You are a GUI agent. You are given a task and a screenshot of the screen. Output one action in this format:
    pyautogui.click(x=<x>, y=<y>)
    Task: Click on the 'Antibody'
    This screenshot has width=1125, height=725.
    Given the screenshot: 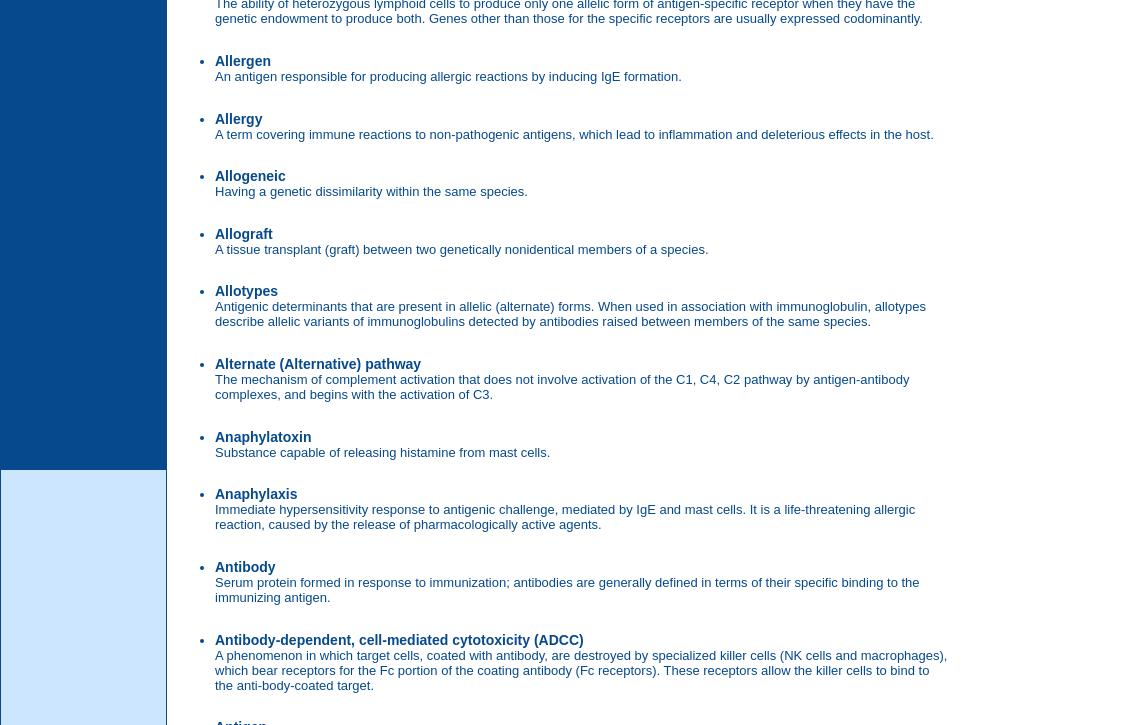 What is the action you would take?
    pyautogui.click(x=244, y=566)
    